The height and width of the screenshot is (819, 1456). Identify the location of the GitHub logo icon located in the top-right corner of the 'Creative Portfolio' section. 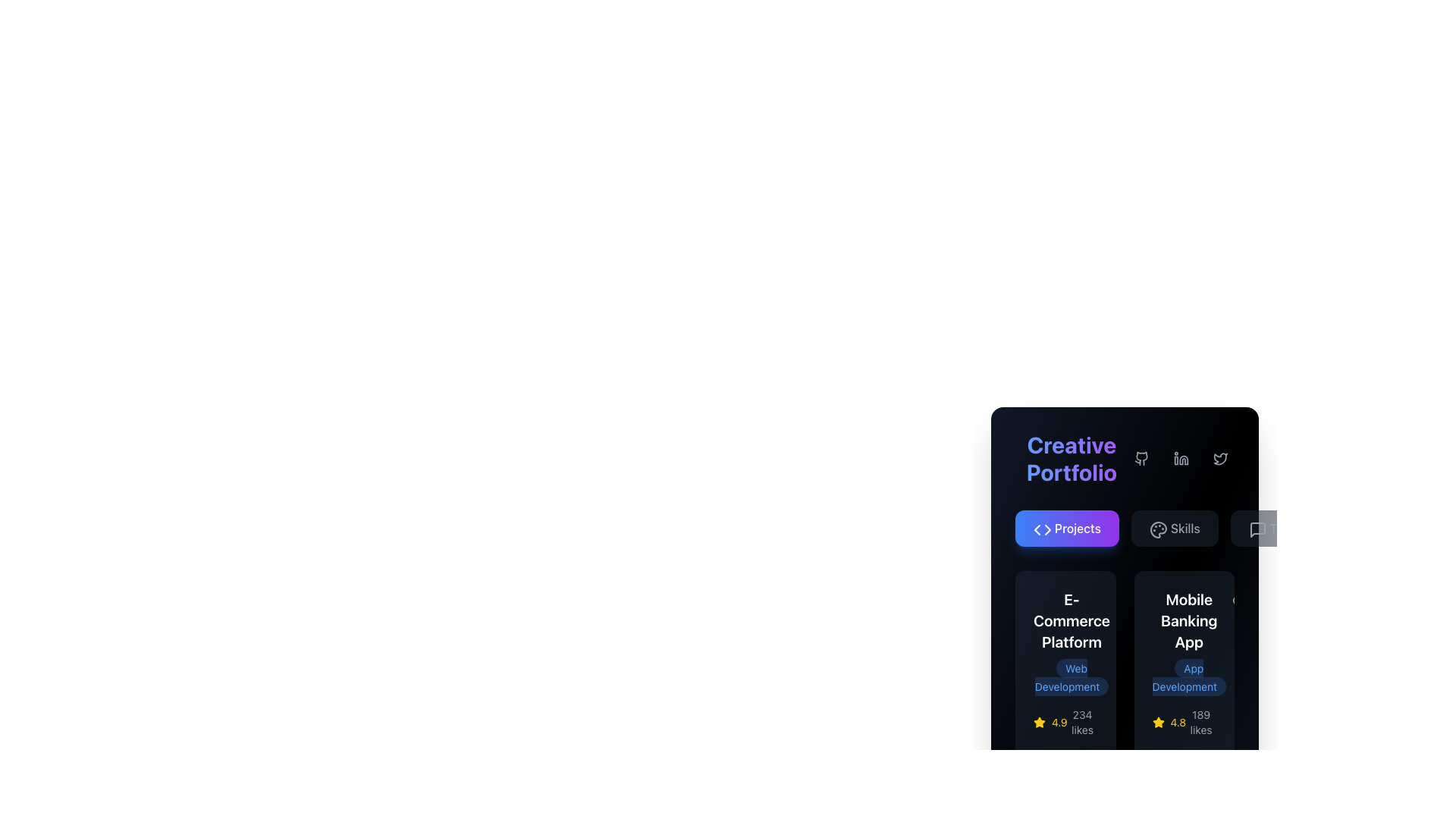
(1141, 458).